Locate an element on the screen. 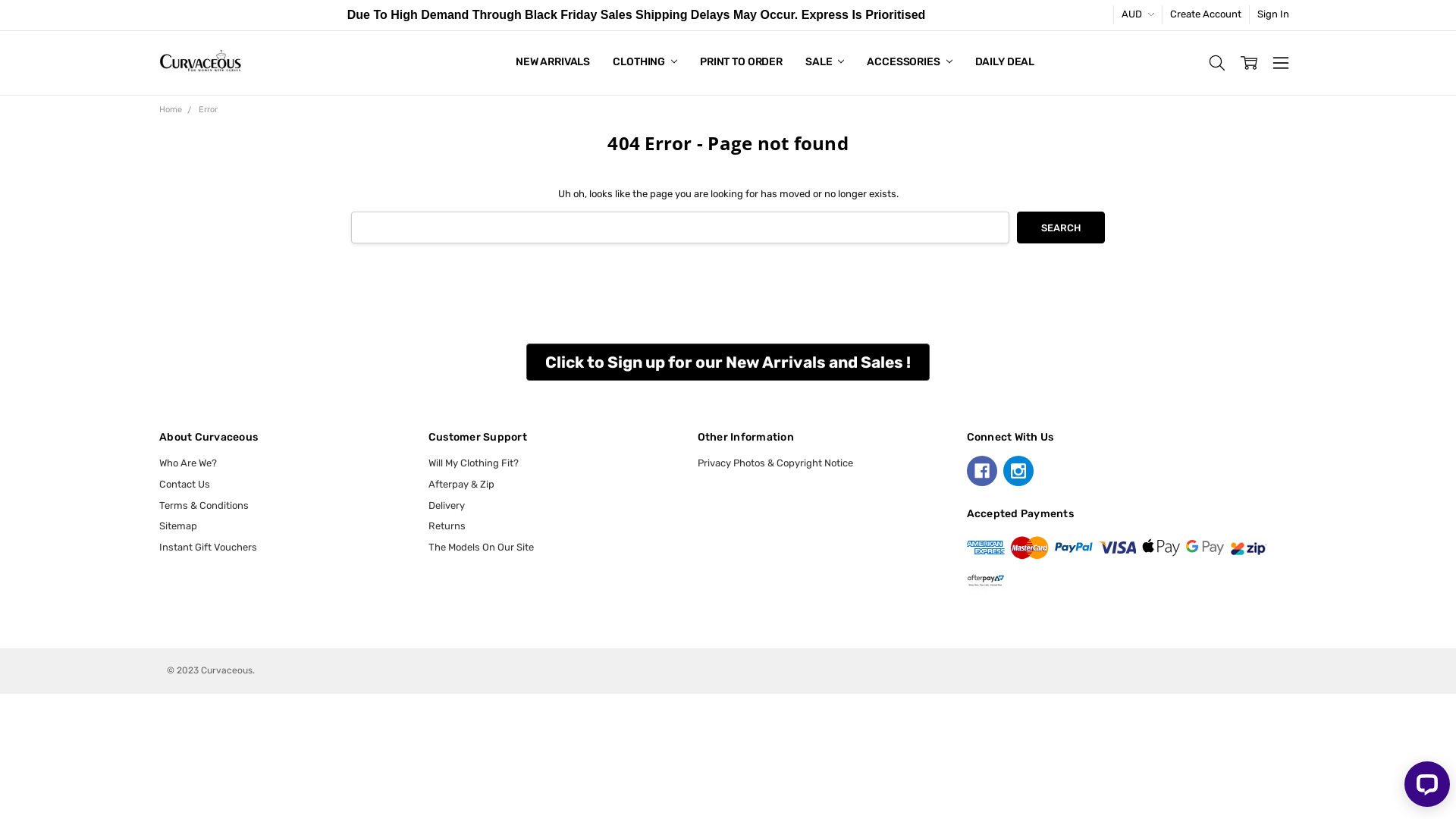  'Curvaceous' is located at coordinates (199, 62).